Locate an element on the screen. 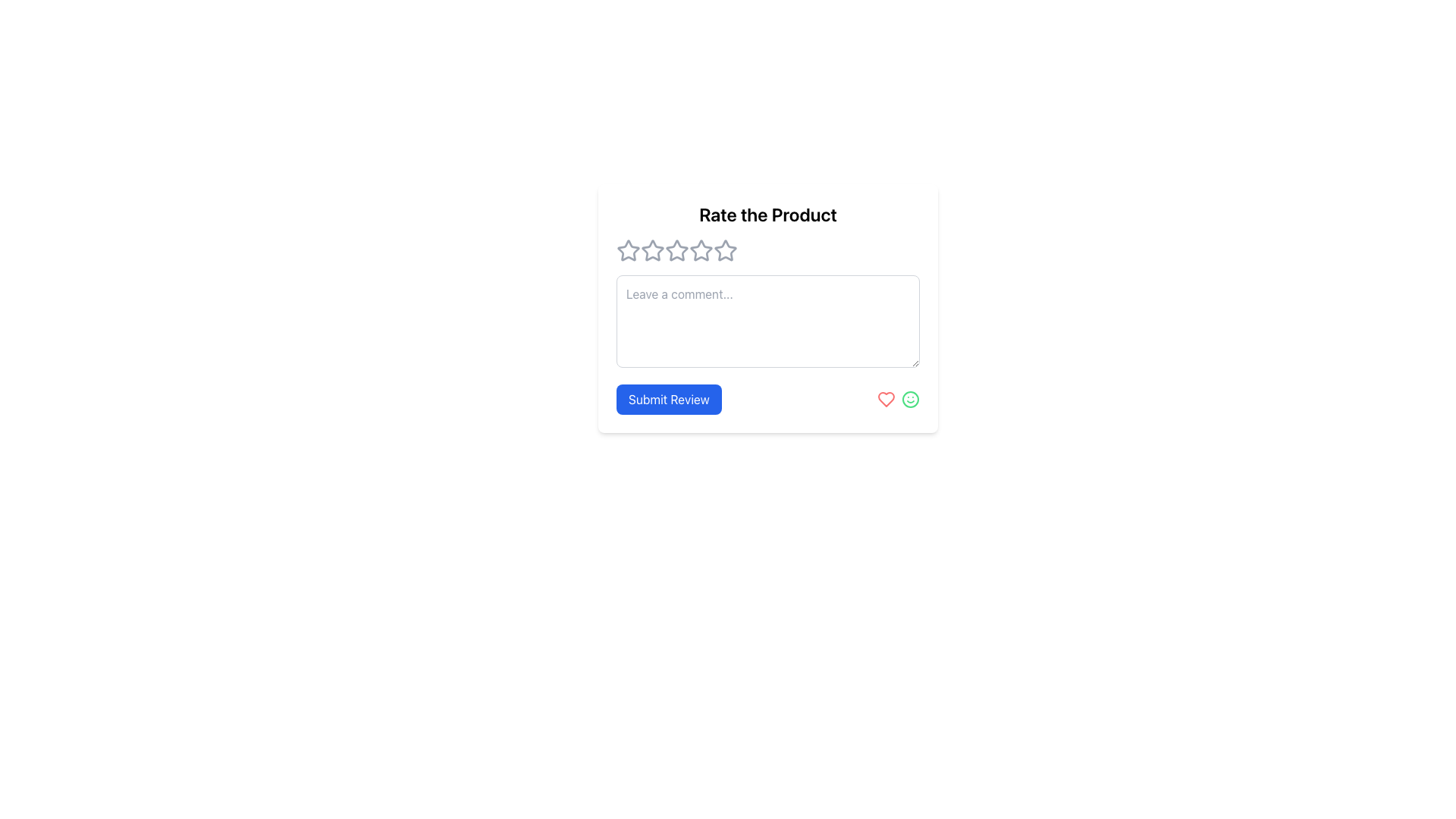 Image resolution: width=1456 pixels, height=819 pixels. the smiley icon in the bottom-right section of the 'Submit Review' area is located at coordinates (899, 399).